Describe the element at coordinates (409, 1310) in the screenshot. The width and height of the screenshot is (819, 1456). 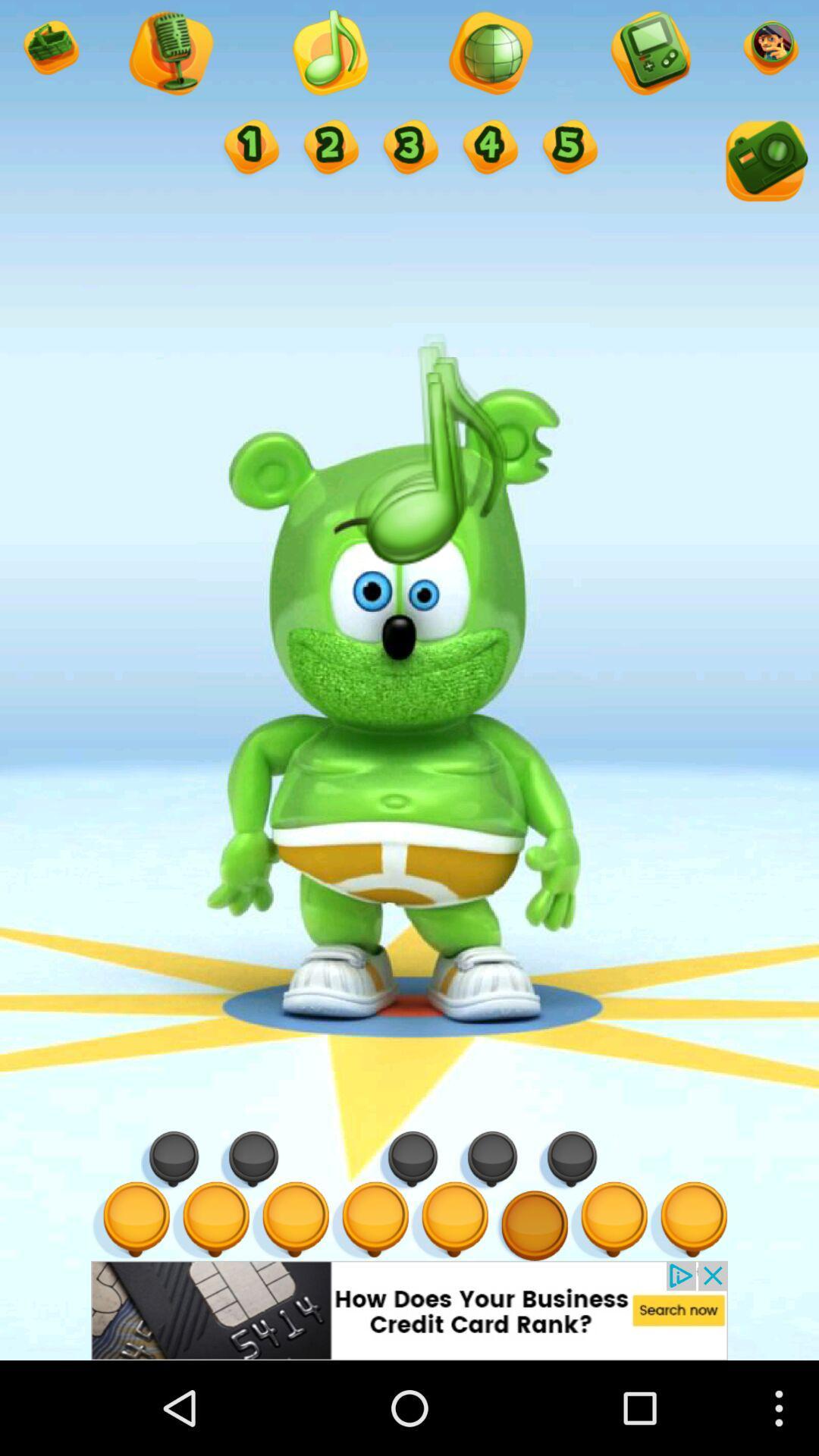
I see `google advertisements banner` at that location.